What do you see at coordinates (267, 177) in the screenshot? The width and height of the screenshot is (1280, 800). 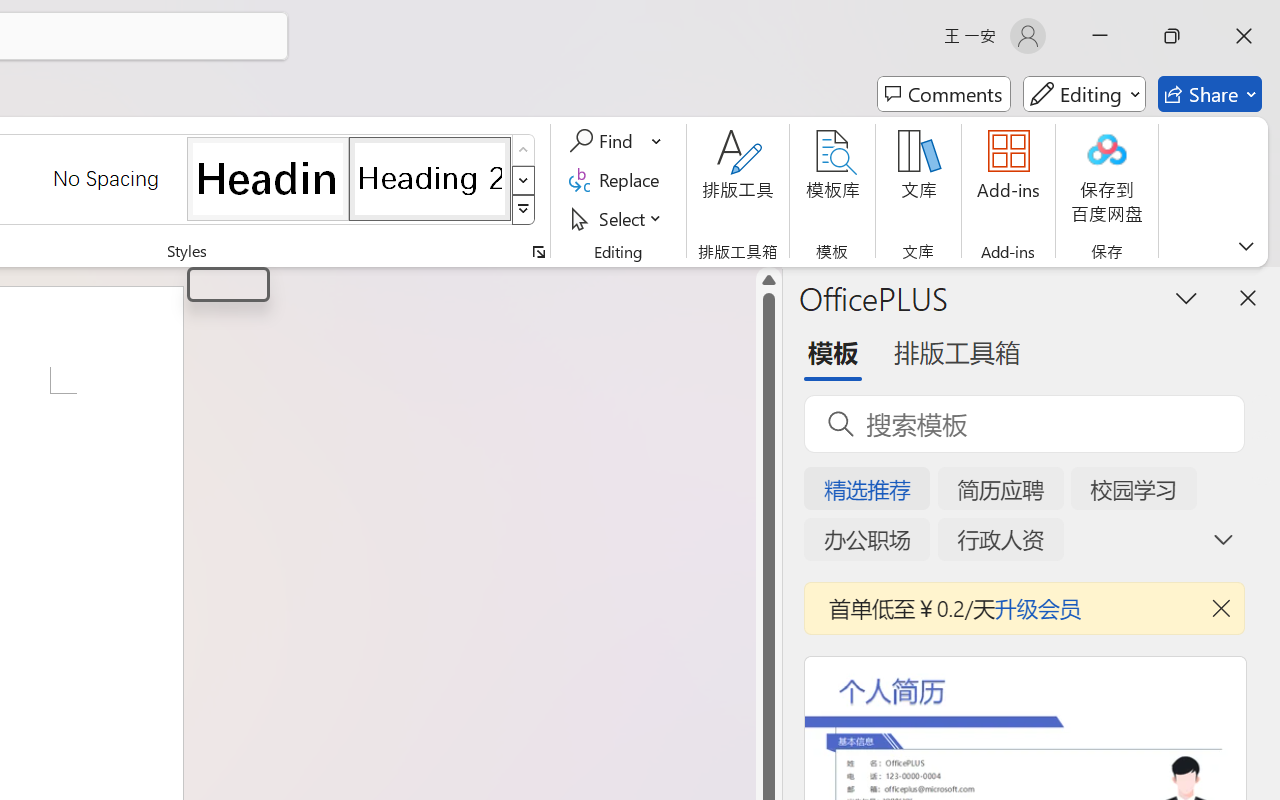 I see `'Heading 1'` at bounding box center [267, 177].